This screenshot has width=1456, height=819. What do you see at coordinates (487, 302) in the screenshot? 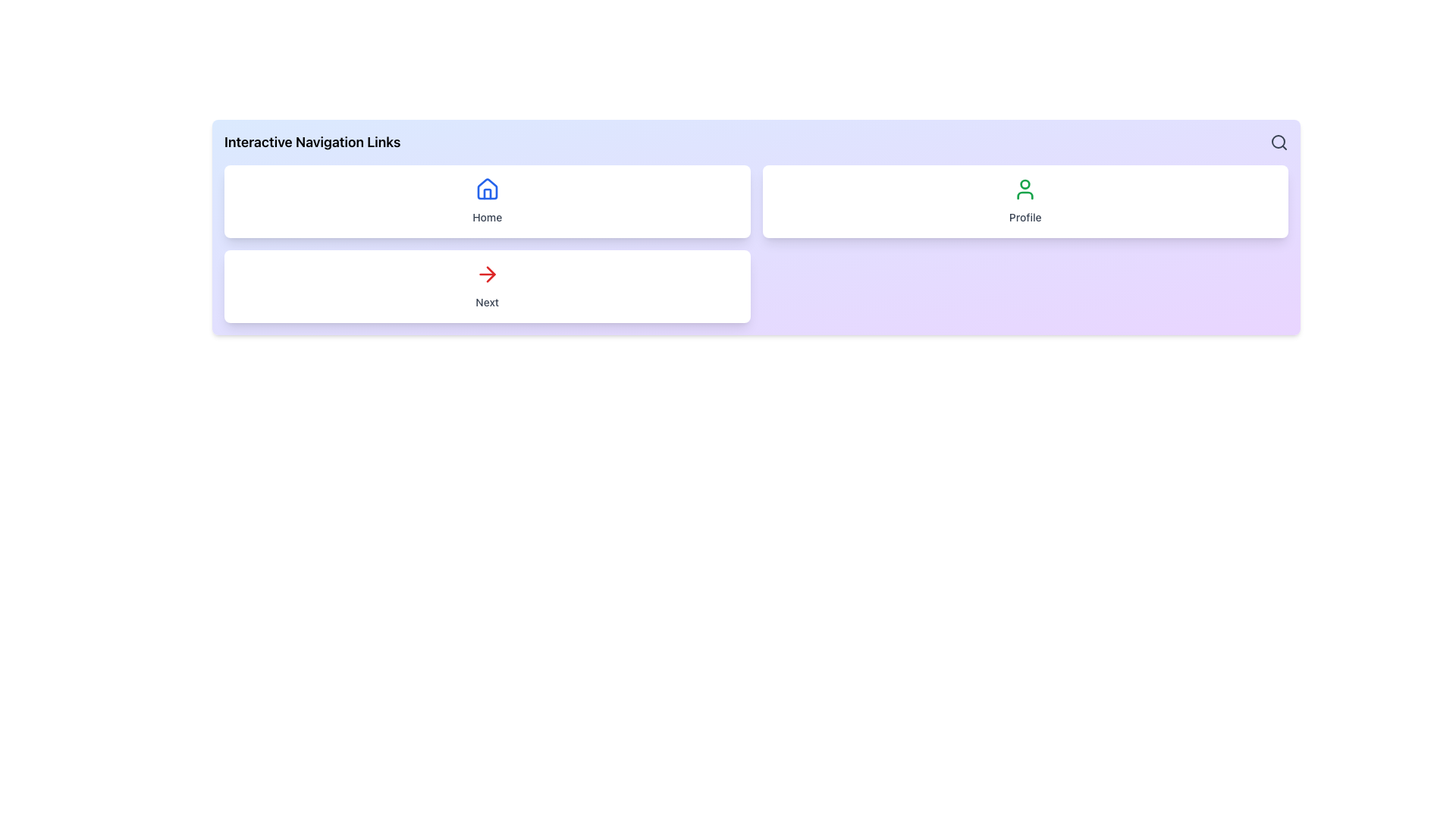
I see `the text content of the 'Next' label, which is a small gray text element located at the bottom of a white rectangular block with rounded corners` at bounding box center [487, 302].